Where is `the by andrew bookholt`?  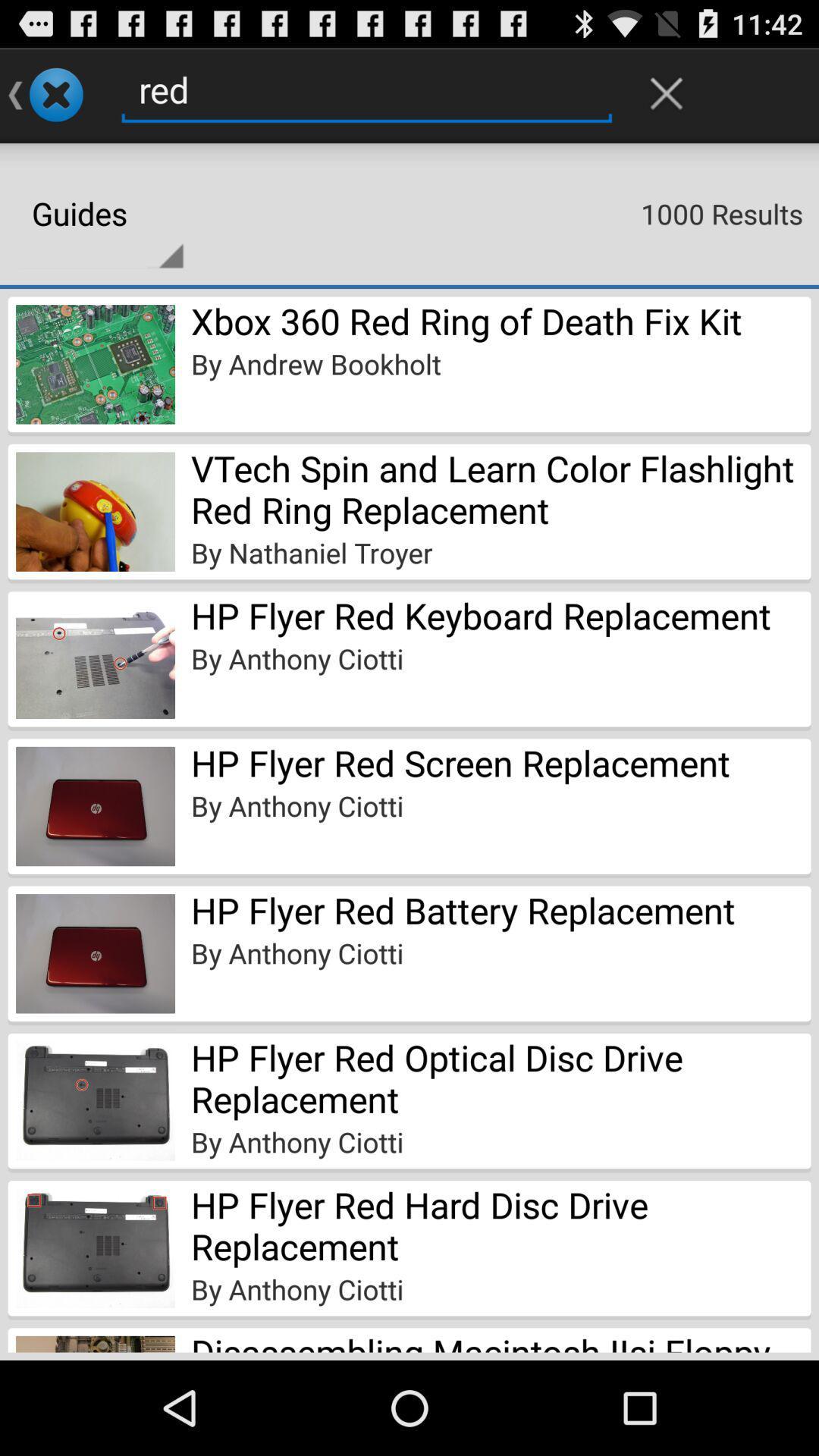 the by andrew bookholt is located at coordinates (315, 364).